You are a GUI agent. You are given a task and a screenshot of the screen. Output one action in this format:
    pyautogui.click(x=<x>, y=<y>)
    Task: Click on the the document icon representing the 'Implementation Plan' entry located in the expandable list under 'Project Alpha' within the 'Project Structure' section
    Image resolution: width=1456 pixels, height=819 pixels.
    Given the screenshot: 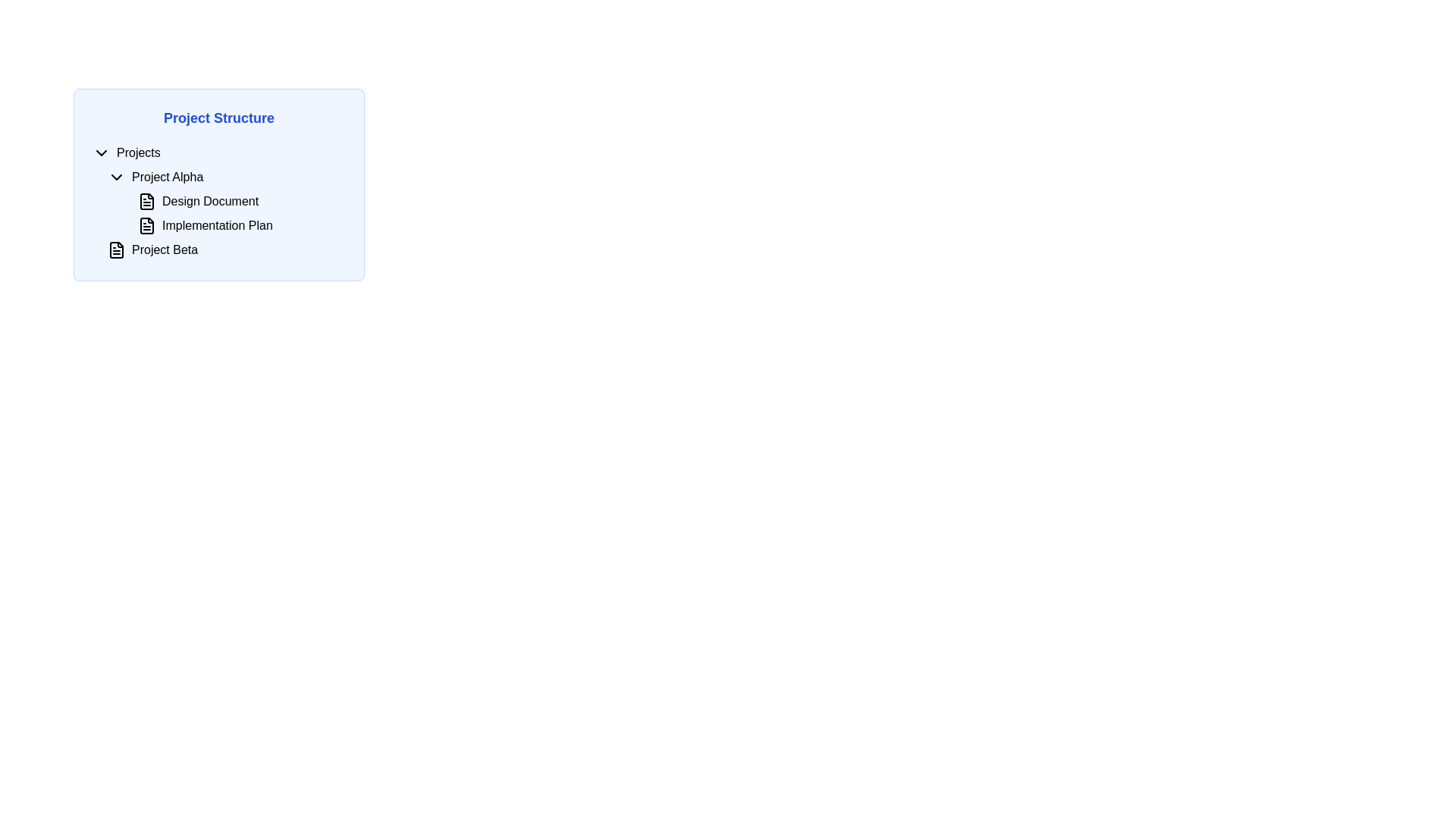 What is the action you would take?
    pyautogui.click(x=146, y=225)
    